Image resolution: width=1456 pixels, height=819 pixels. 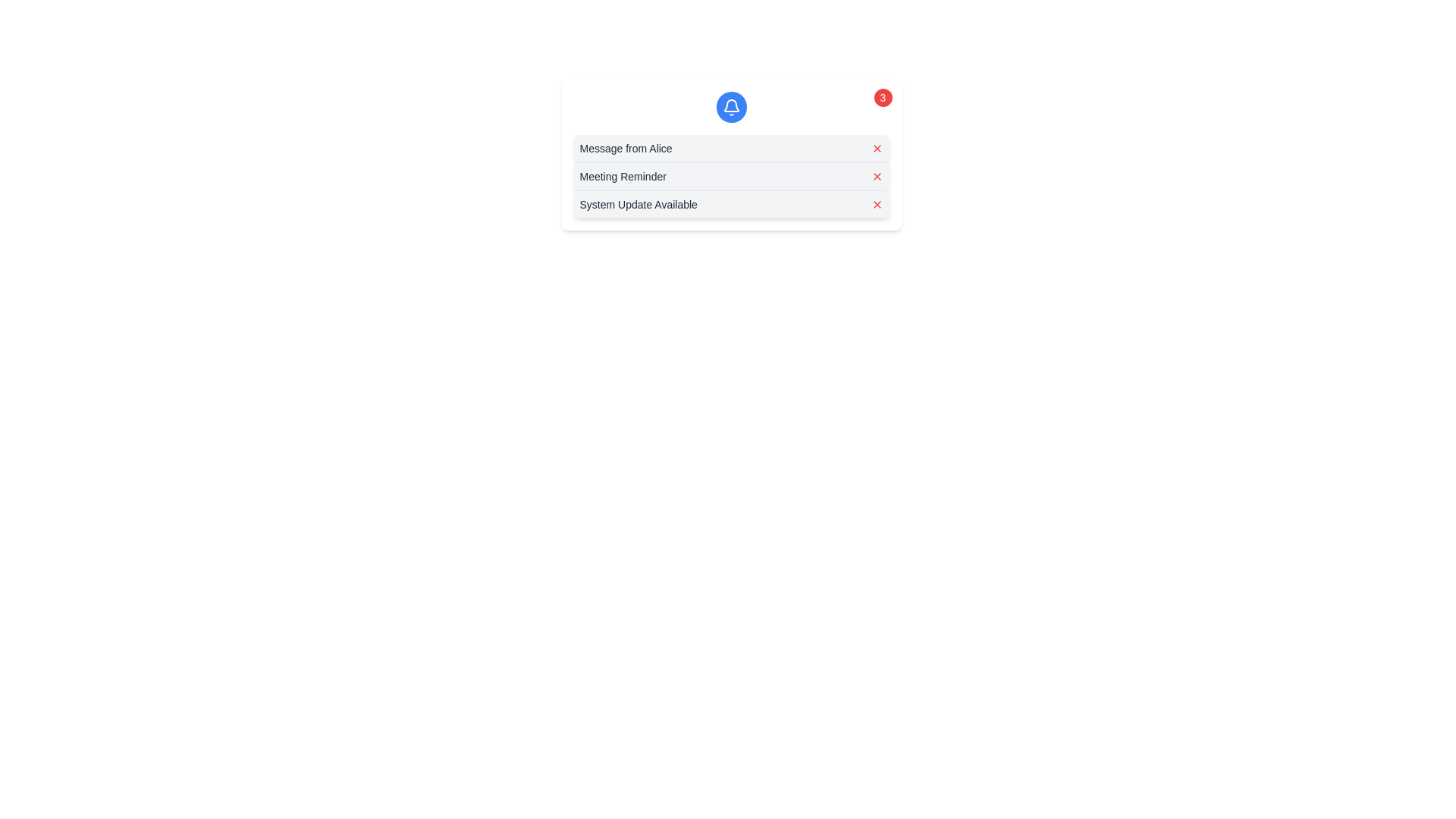 What do you see at coordinates (626, 148) in the screenshot?
I see `the Text Label that contains the text 'Message from Alice', which is styled in small gray font and is located at the top of a list of notifications` at bounding box center [626, 148].